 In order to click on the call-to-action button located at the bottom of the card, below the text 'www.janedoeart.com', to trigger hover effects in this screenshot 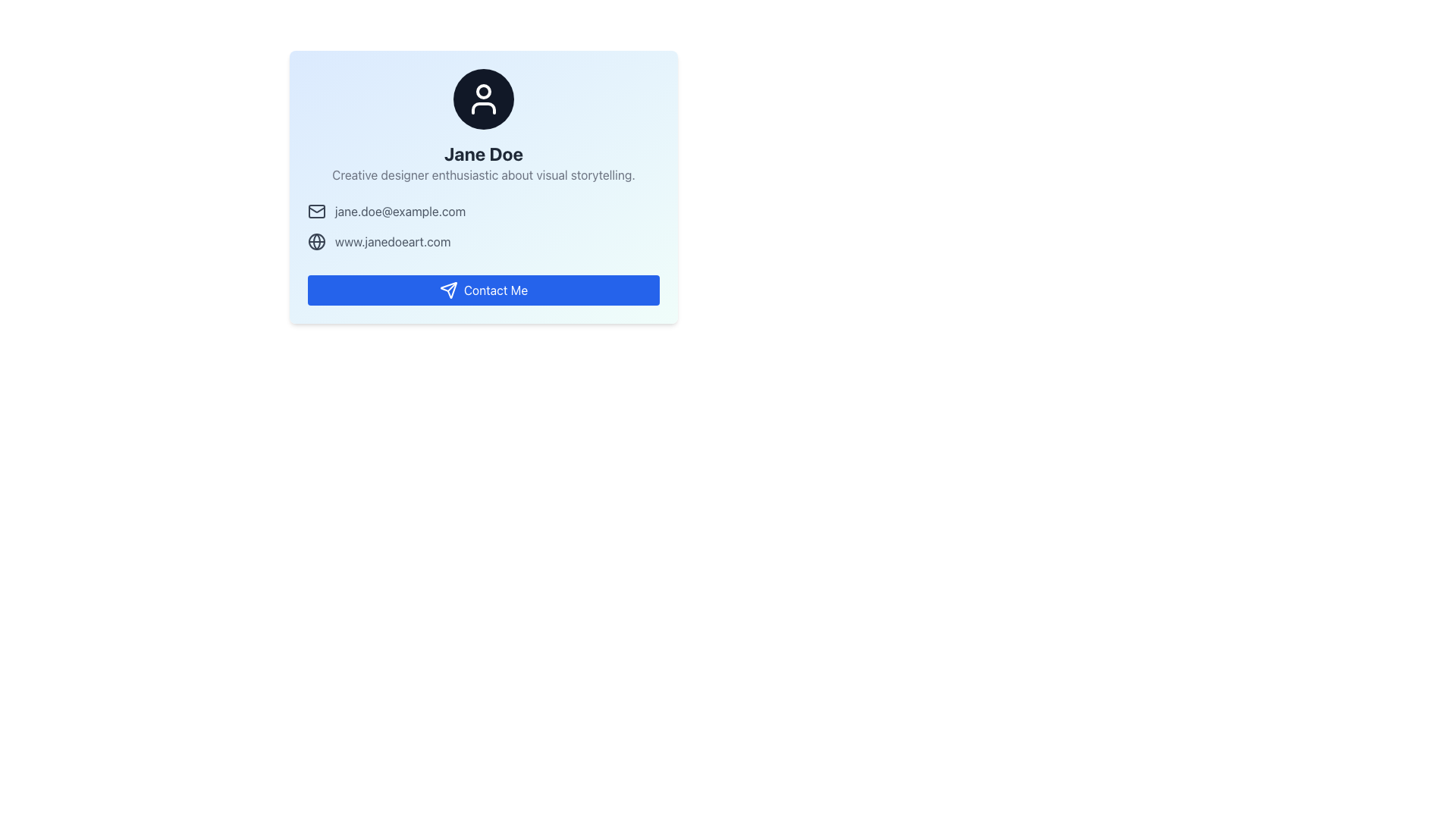, I will do `click(483, 290)`.